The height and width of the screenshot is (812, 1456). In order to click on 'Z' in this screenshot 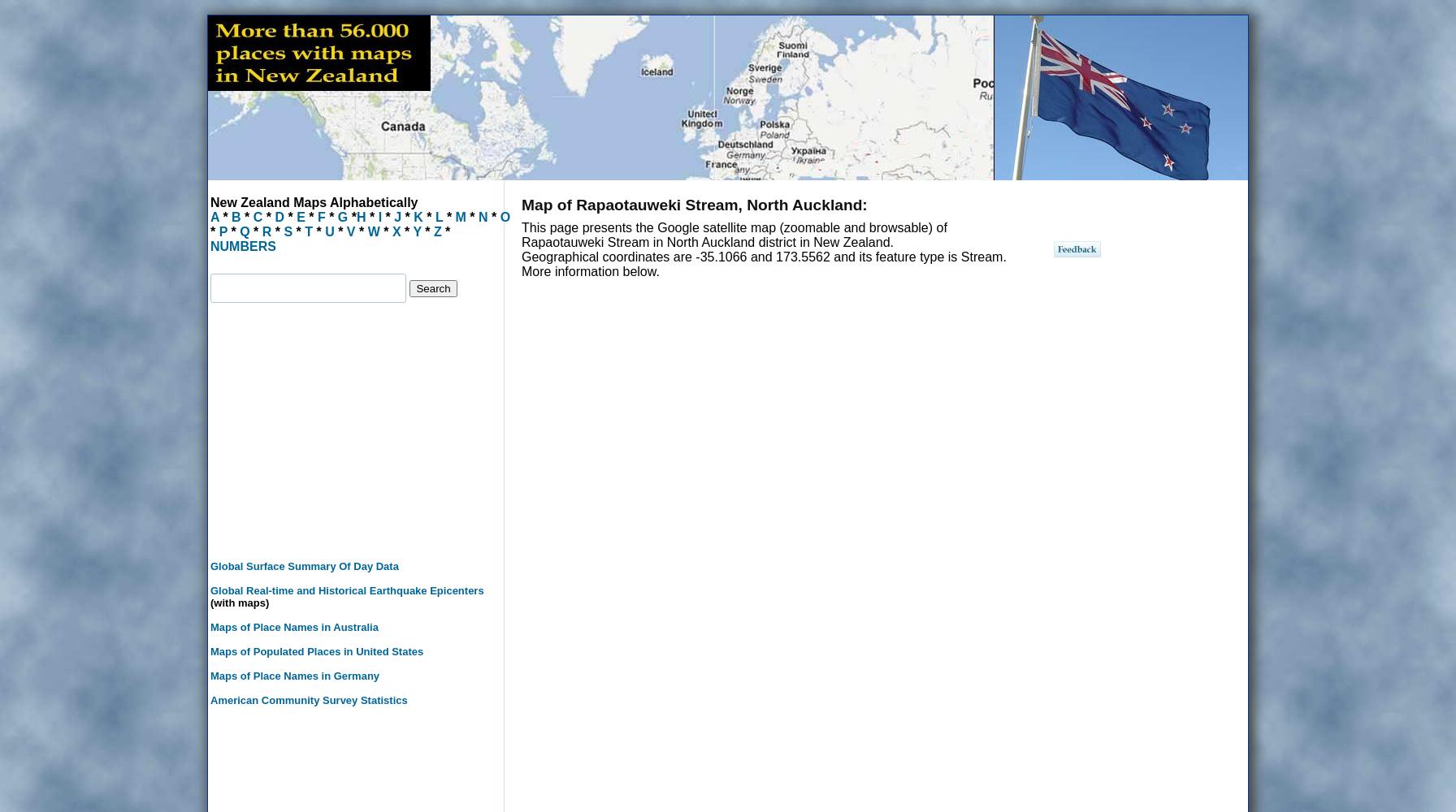, I will do `click(436, 231)`.